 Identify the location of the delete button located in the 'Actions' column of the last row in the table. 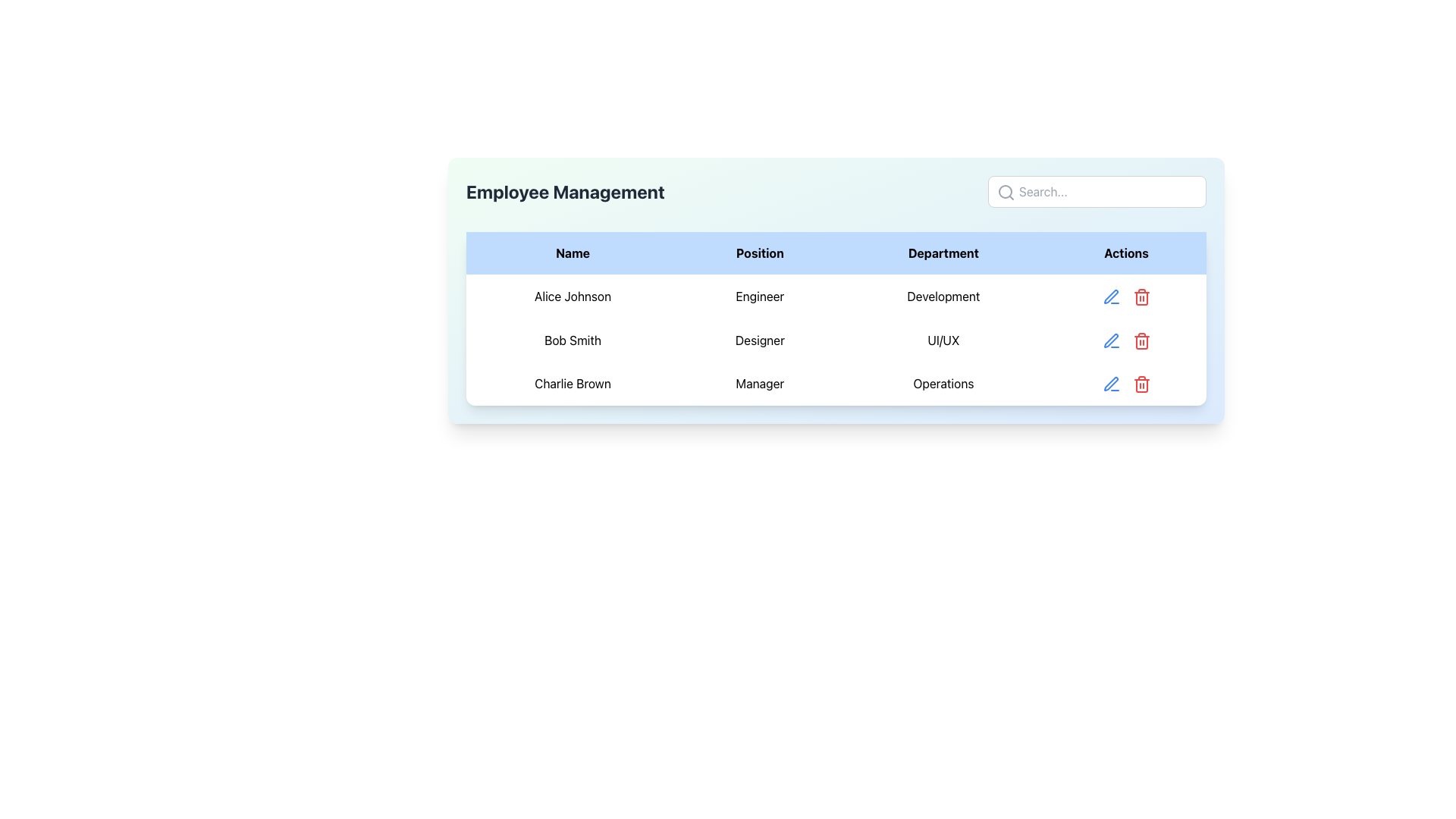
(1141, 383).